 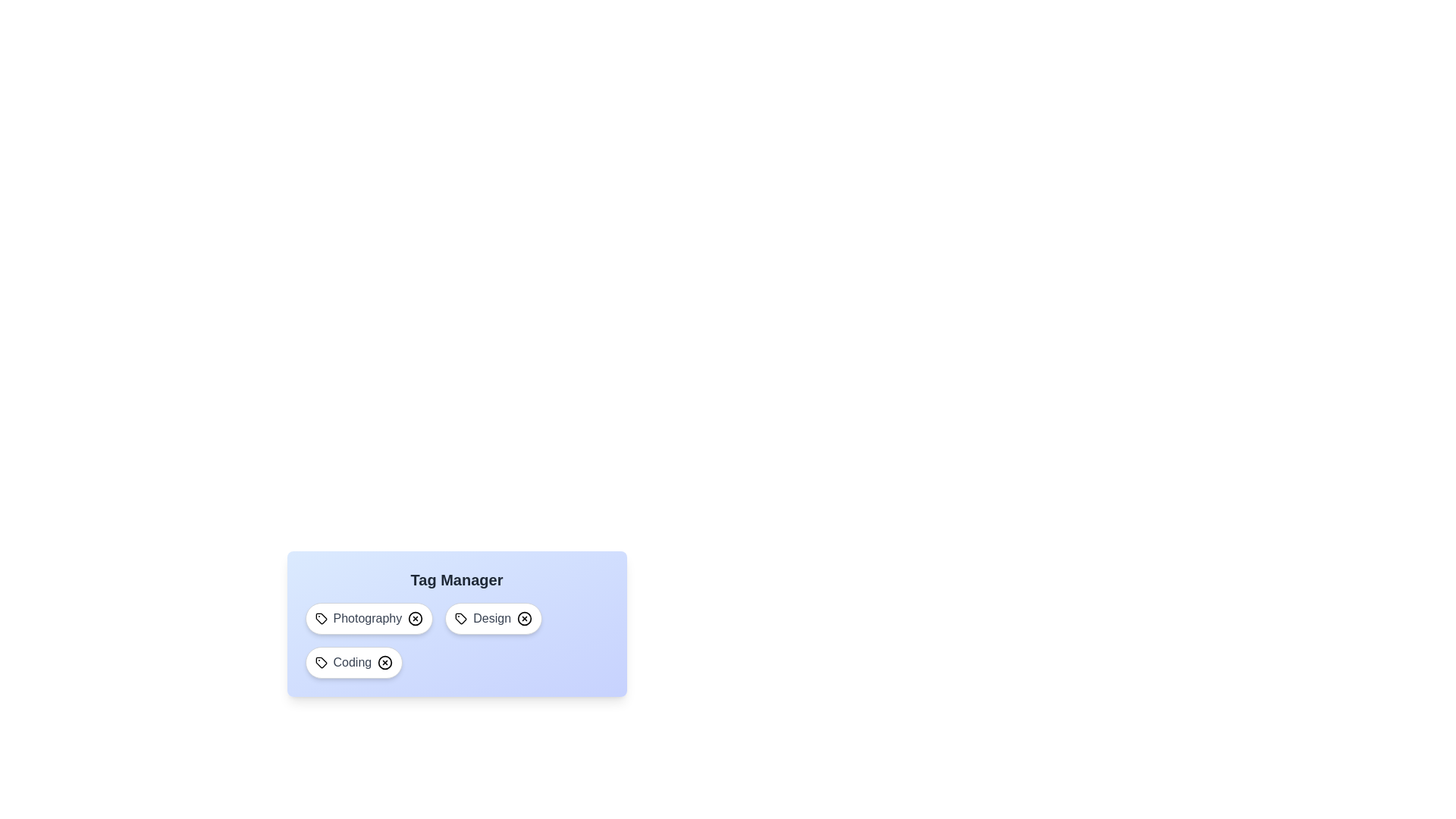 What do you see at coordinates (353, 662) in the screenshot?
I see `the tag labeled Coding` at bounding box center [353, 662].